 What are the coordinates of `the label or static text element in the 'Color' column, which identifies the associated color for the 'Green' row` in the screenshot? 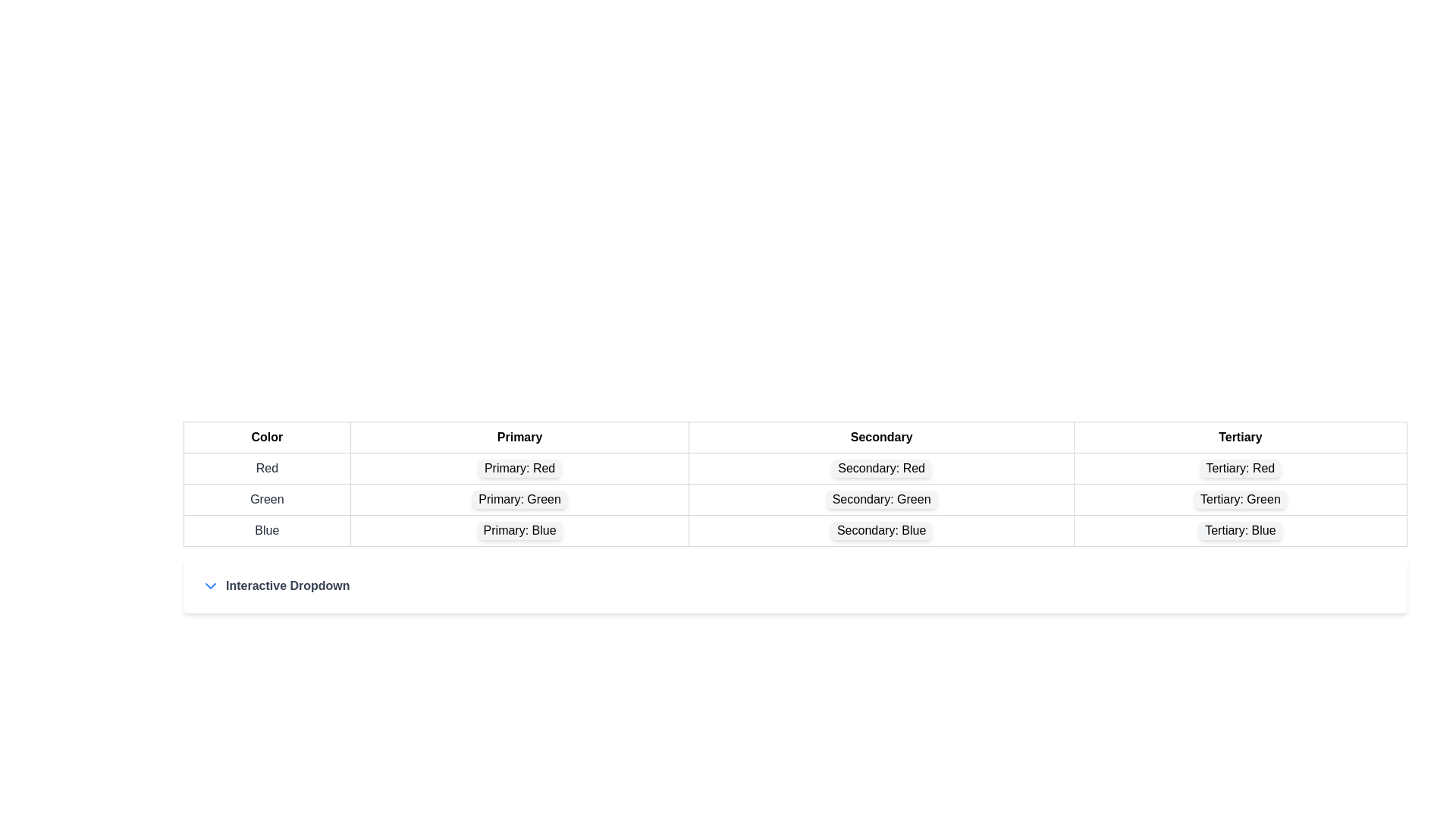 It's located at (267, 467).